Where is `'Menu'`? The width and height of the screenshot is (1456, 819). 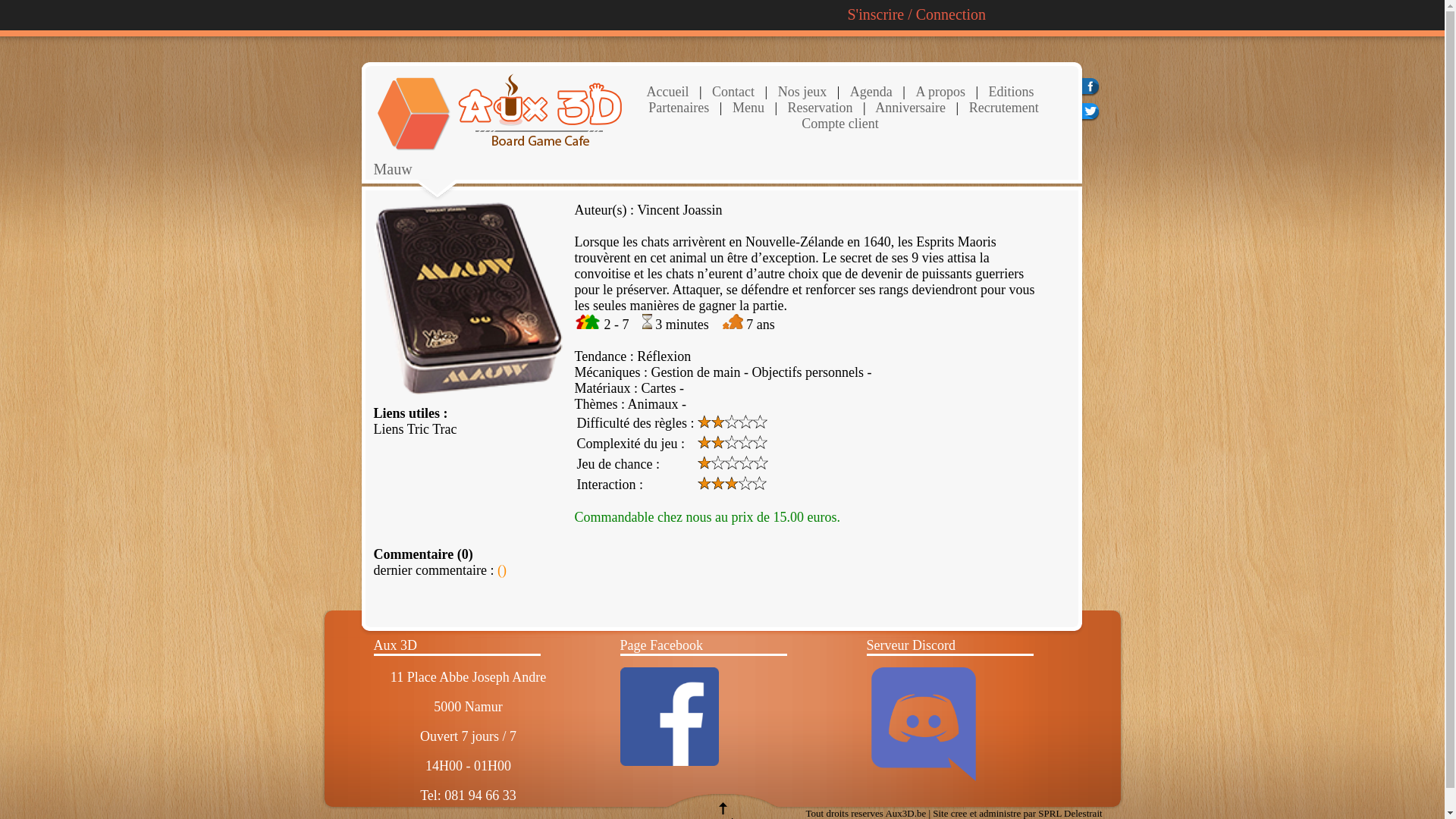
'Menu' is located at coordinates (748, 107).